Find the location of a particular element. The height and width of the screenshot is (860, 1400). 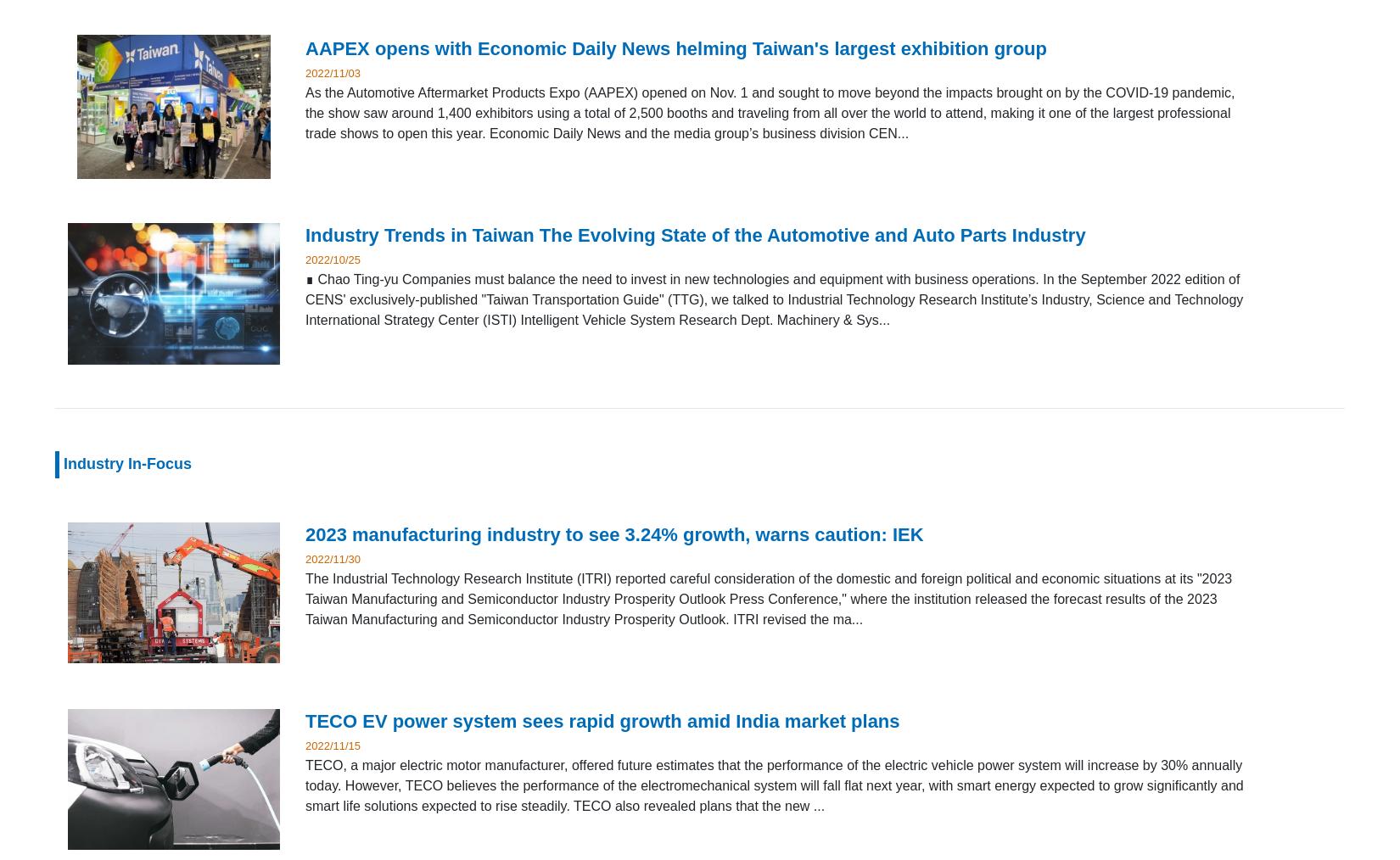

'Industry In-Focus' is located at coordinates (127, 462).